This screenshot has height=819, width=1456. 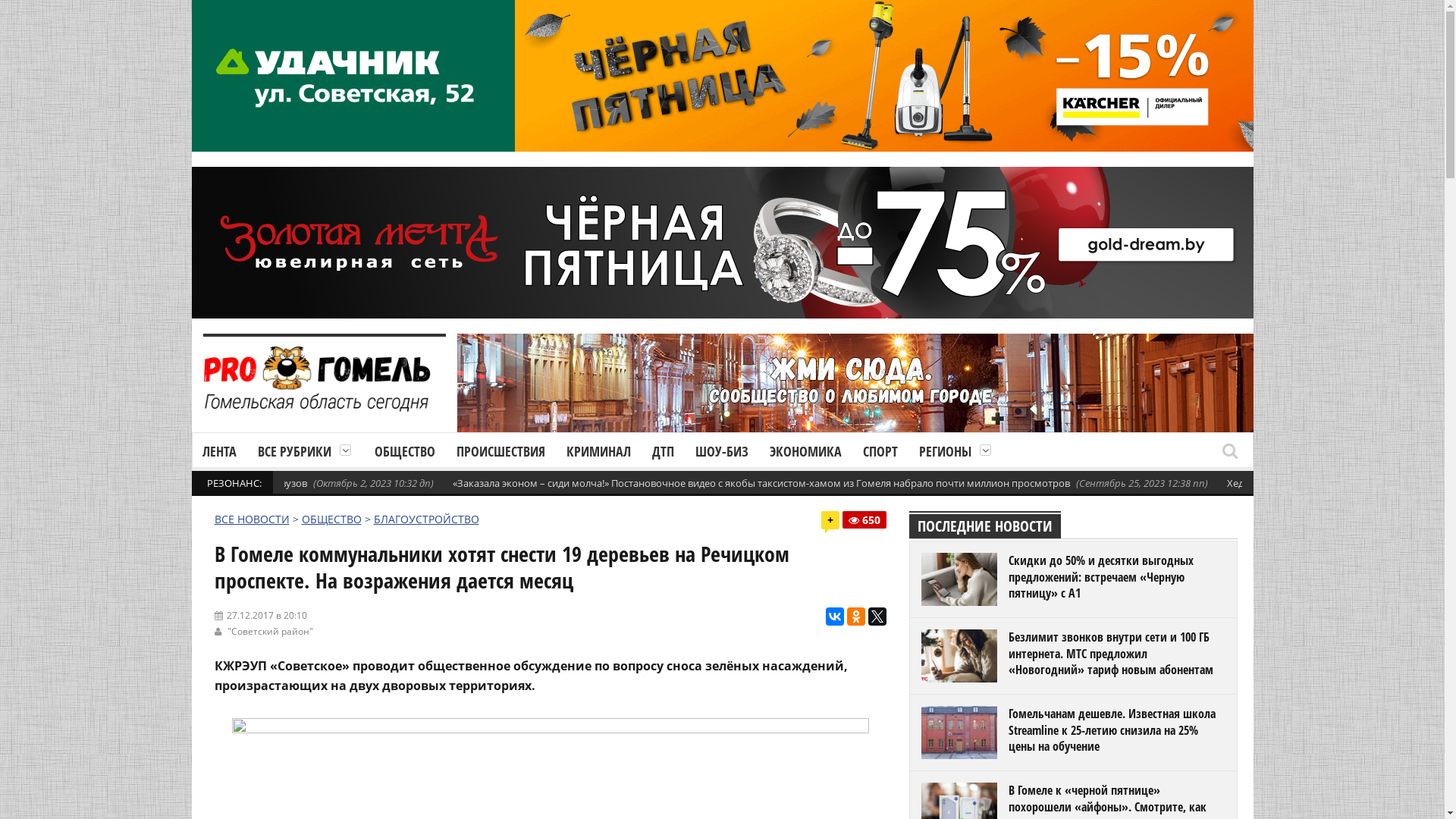 I want to click on 'Twitter', so click(x=877, y=617).